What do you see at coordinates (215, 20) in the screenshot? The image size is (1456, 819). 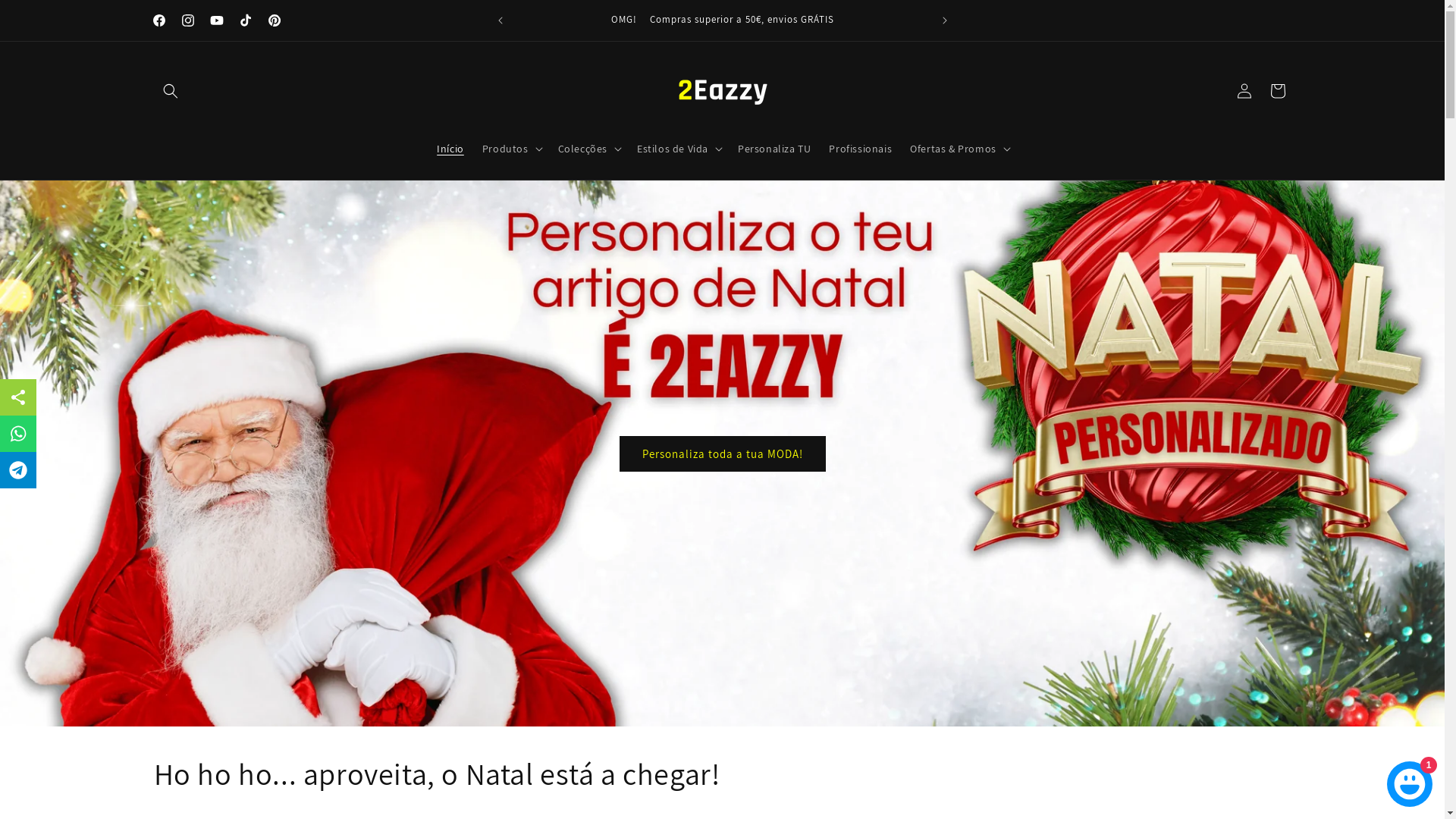 I see `'YouTube'` at bounding box center [215, 20].